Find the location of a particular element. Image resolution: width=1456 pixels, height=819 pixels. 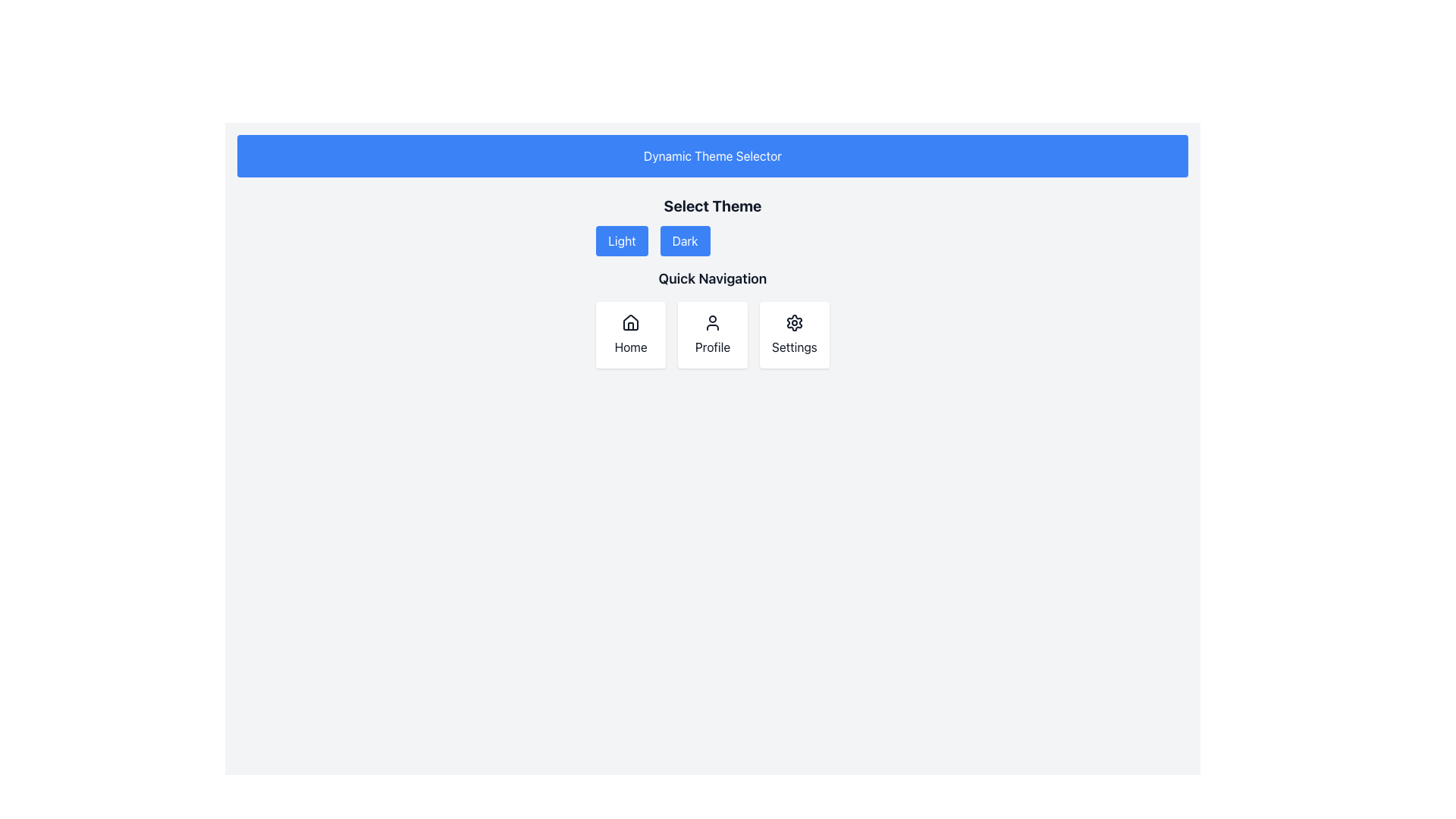

text label indicating the 'Home' section, located below the house icon in the first navigation card under the 'Quick Navigation' section is located at coordinates (631, 347).